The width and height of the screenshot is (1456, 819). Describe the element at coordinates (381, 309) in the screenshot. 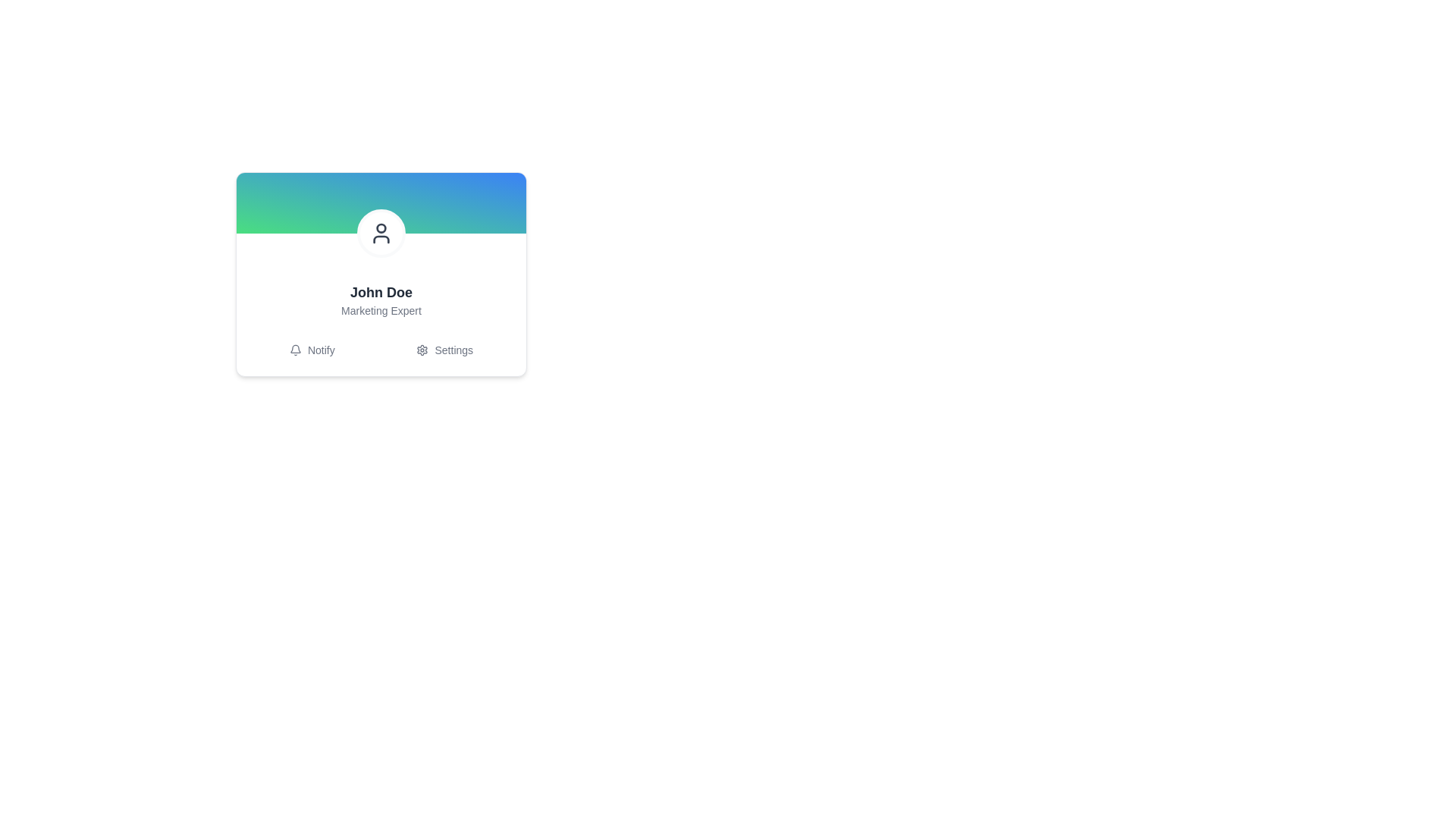

I see `the text label indicating the professional role of John Doe, which is located directly below the name in the profile card layout` at that location.